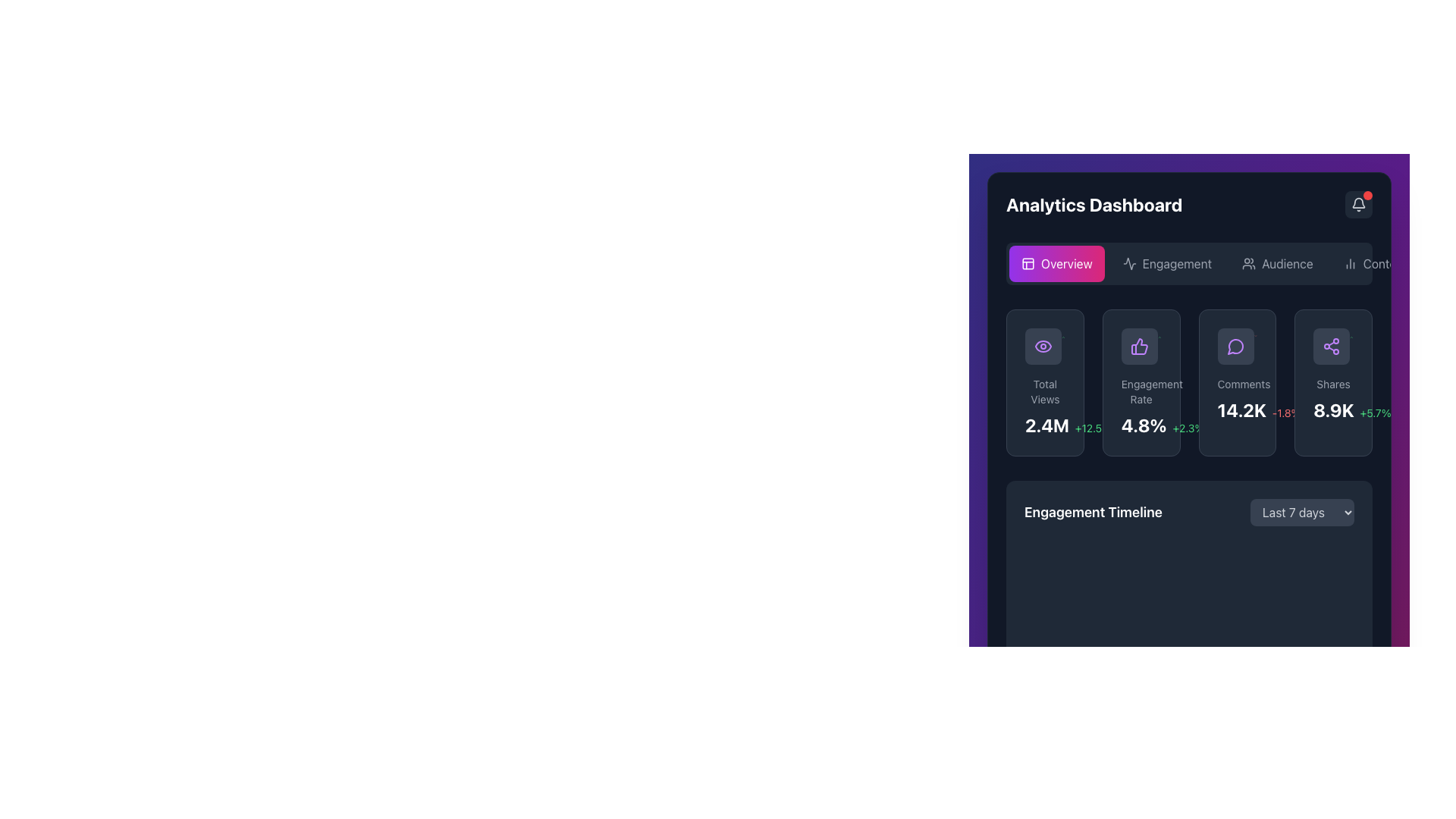  Describe the element at coordinates (1235, 346) in the screenshot. I see `the comments icon located in the third column of the four icons under the 'Comments' section, right below the purple 'Overview' tab in the dashboard` at that location.